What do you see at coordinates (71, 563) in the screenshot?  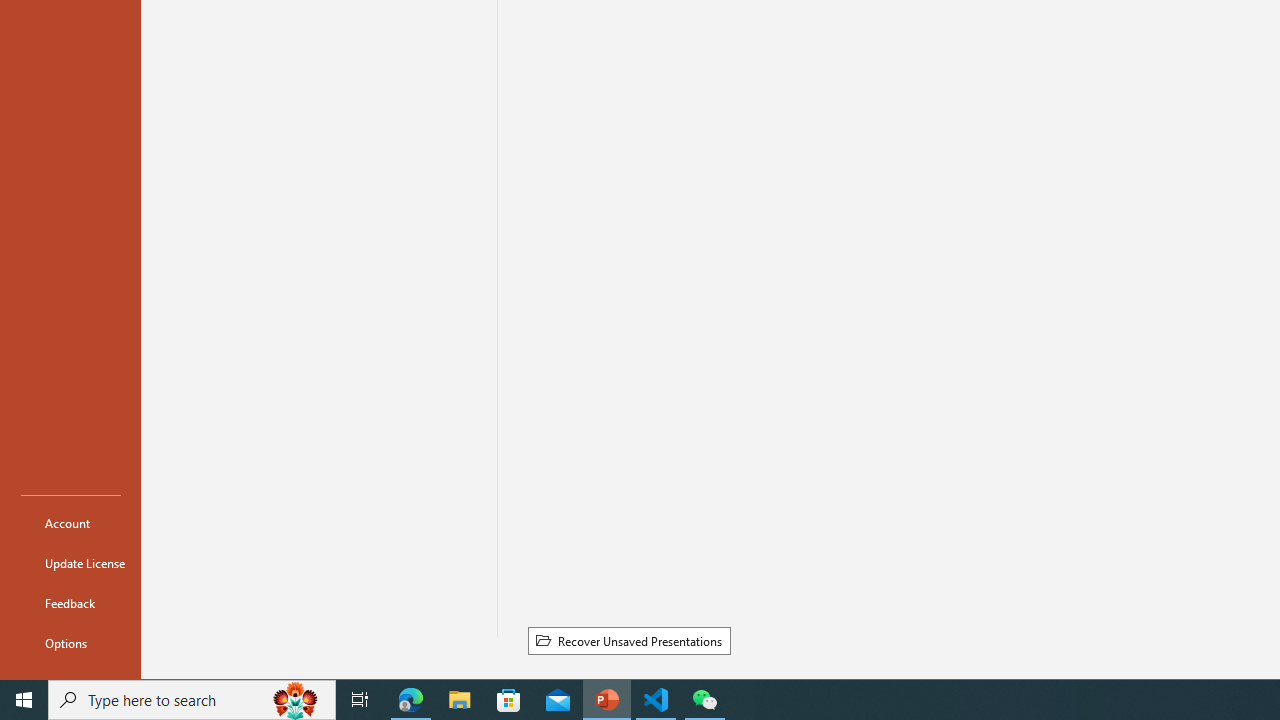 I see `'Update License'` at bounding box center [71, 563].